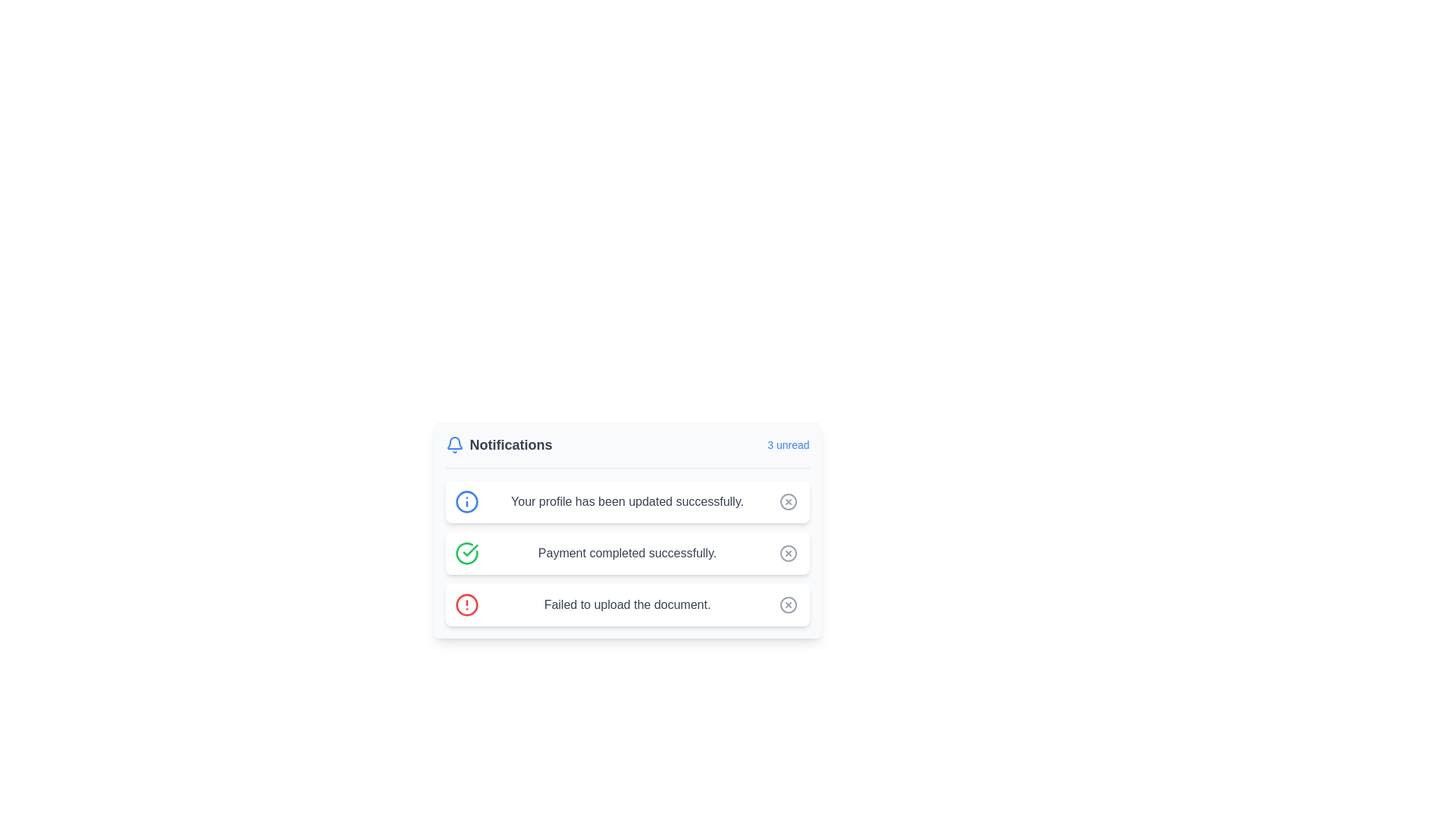 The image size is (1456, 819). Describe the element at coordinates (788, 502) in the screenshot. I see `the small circular icon with an 'X' mark, located to the far right of the first notification row aligned with the message 'Your profile has been updated successfully.'` at that location.